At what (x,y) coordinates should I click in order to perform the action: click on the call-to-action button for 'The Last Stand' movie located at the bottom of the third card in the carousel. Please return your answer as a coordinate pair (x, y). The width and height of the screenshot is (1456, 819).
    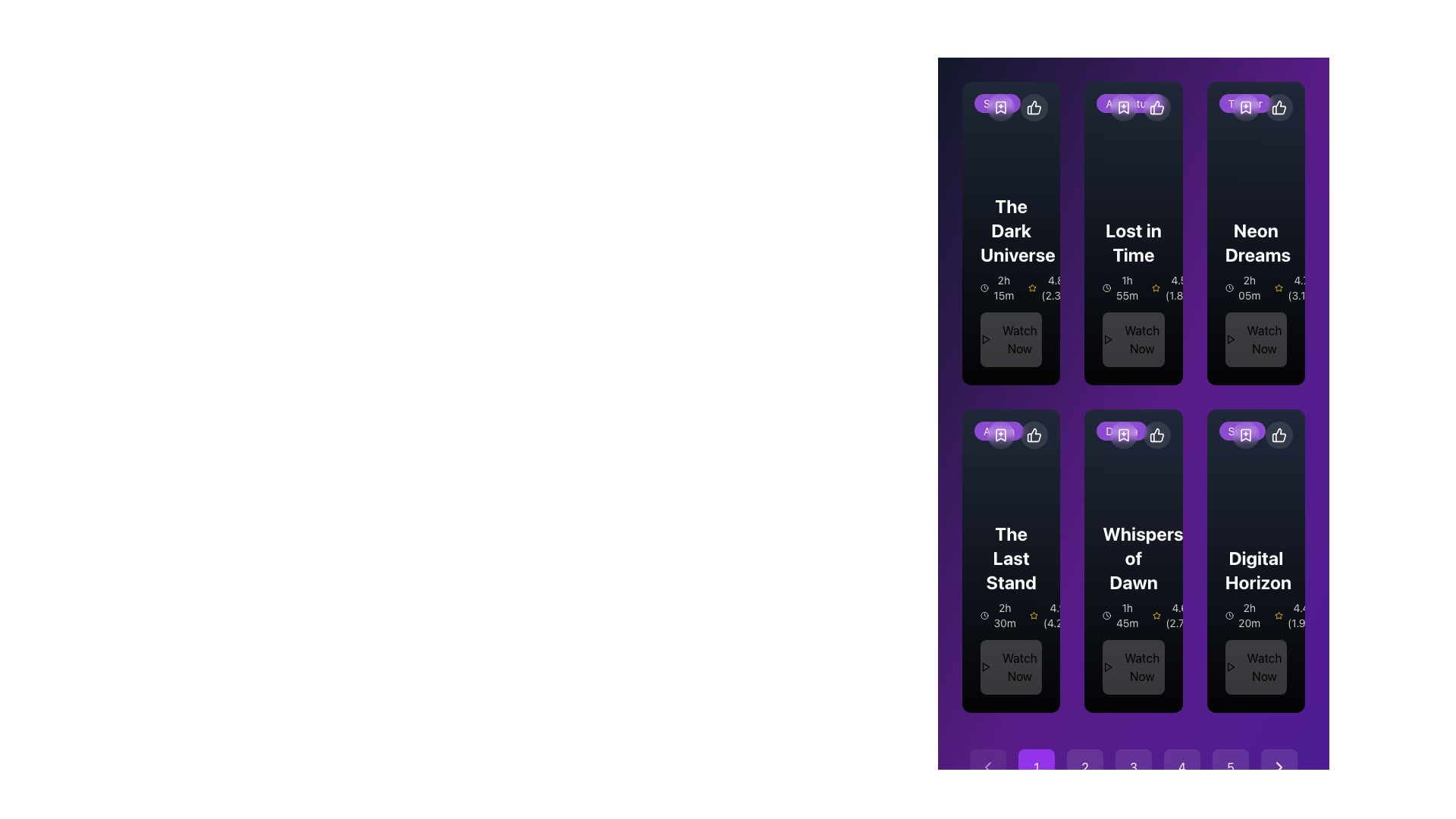
    Looking at the image, I should click on (1011, 666).